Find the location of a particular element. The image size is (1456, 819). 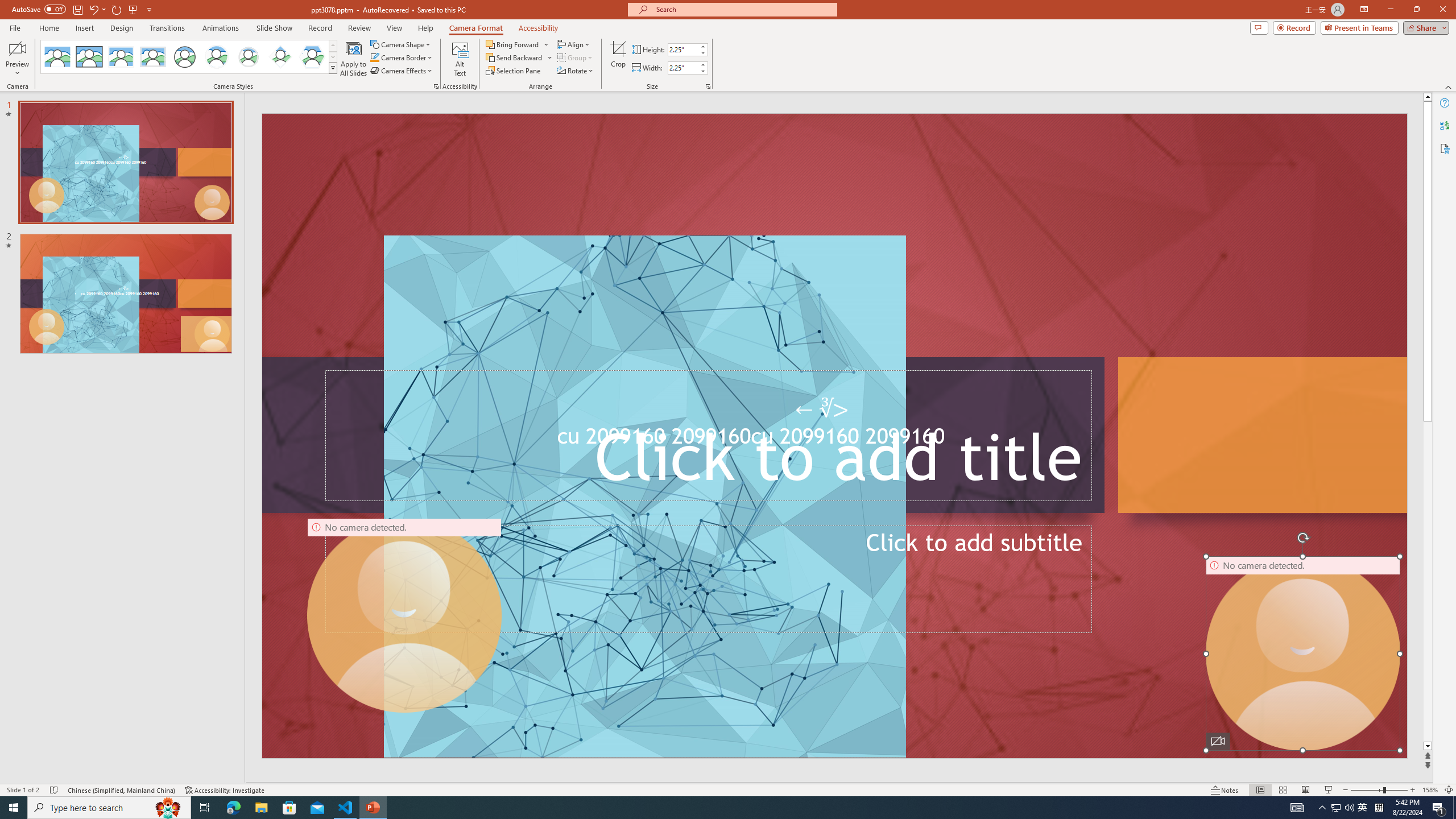

'Camera Effects' is located at coordinates (402, 69).